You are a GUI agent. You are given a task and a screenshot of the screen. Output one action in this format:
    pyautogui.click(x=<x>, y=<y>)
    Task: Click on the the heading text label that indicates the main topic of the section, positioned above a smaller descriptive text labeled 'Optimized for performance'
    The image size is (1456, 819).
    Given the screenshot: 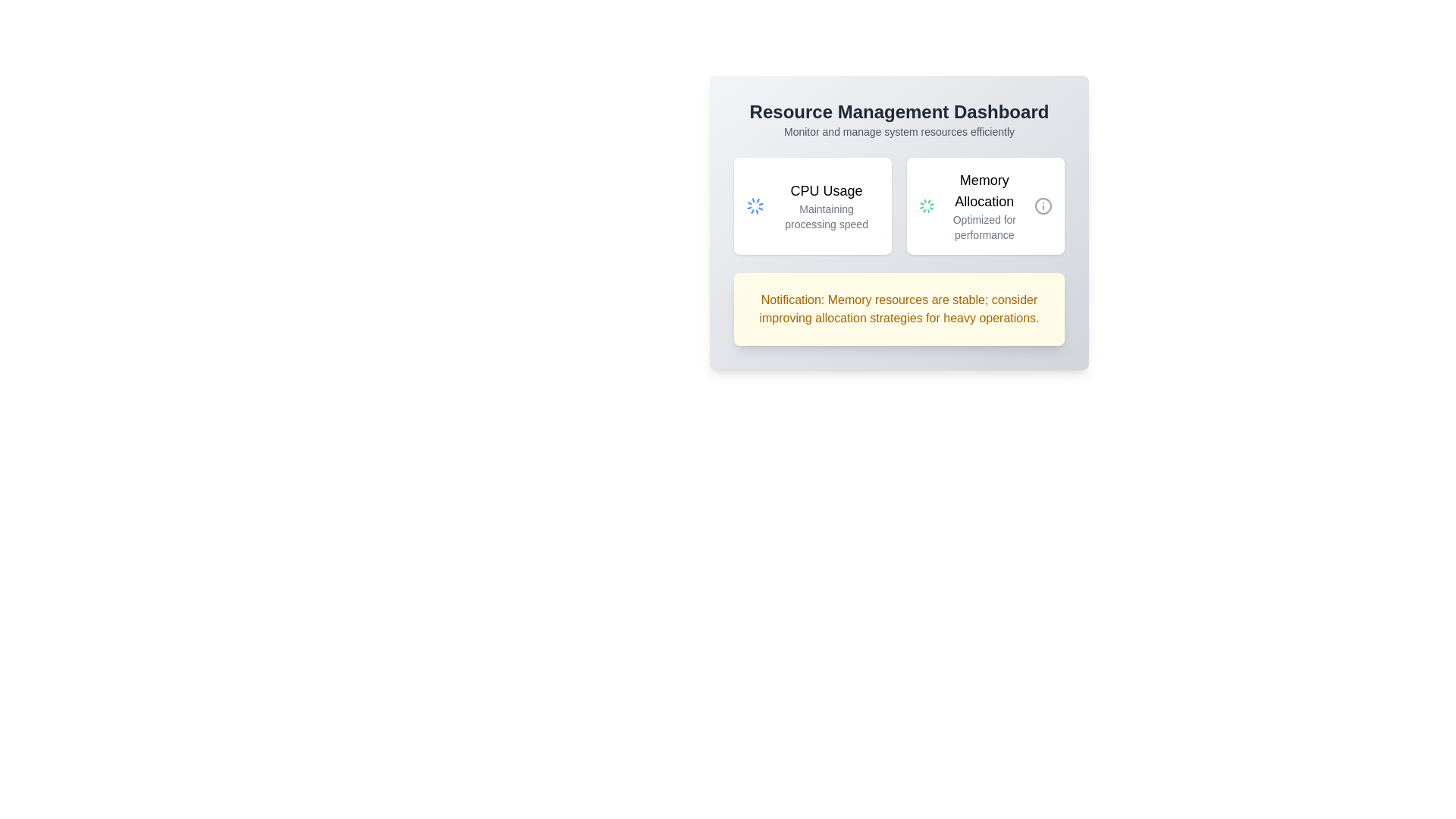 What is the action you would take?
    pyautogui.click(x=984, y=190)
    